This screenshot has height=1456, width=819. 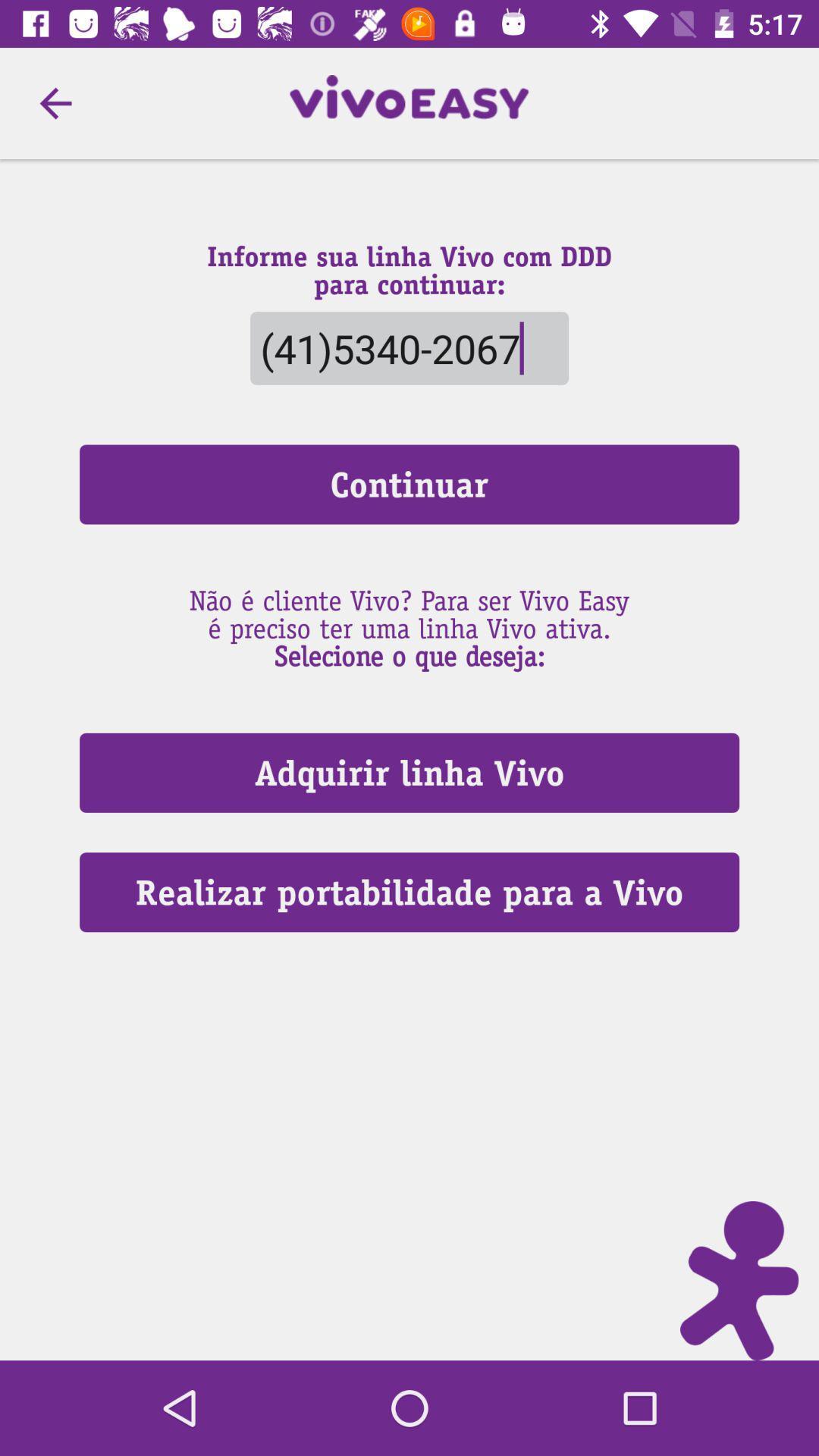 I want to click on the item below informe sua linha icon, so click(x=409, y=347).